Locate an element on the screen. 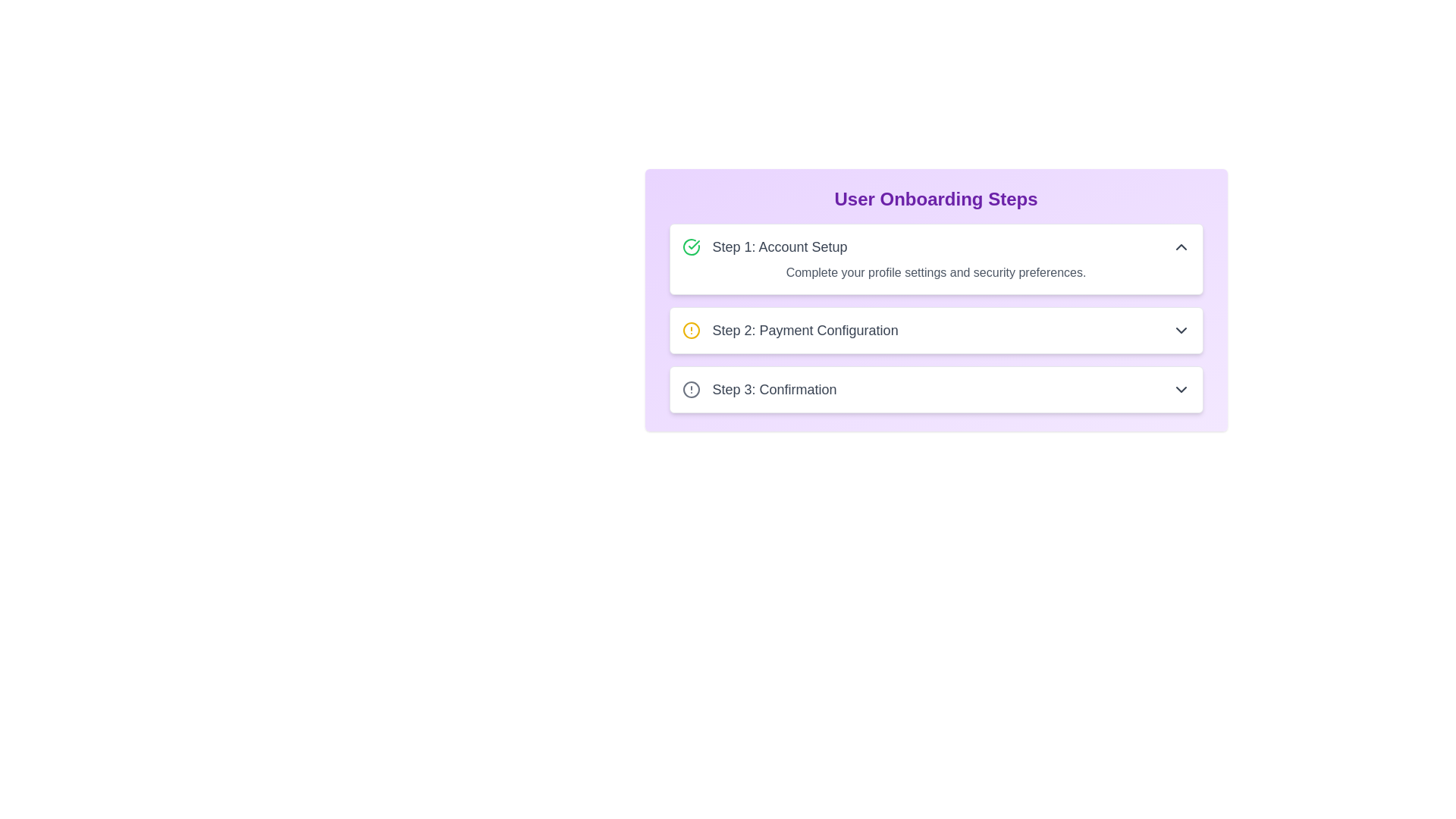 This screenshot has width=1456, height=819. the text label 'Step 1: Account Setup' with the green checkmark icon is located at coordinates (764, 246).